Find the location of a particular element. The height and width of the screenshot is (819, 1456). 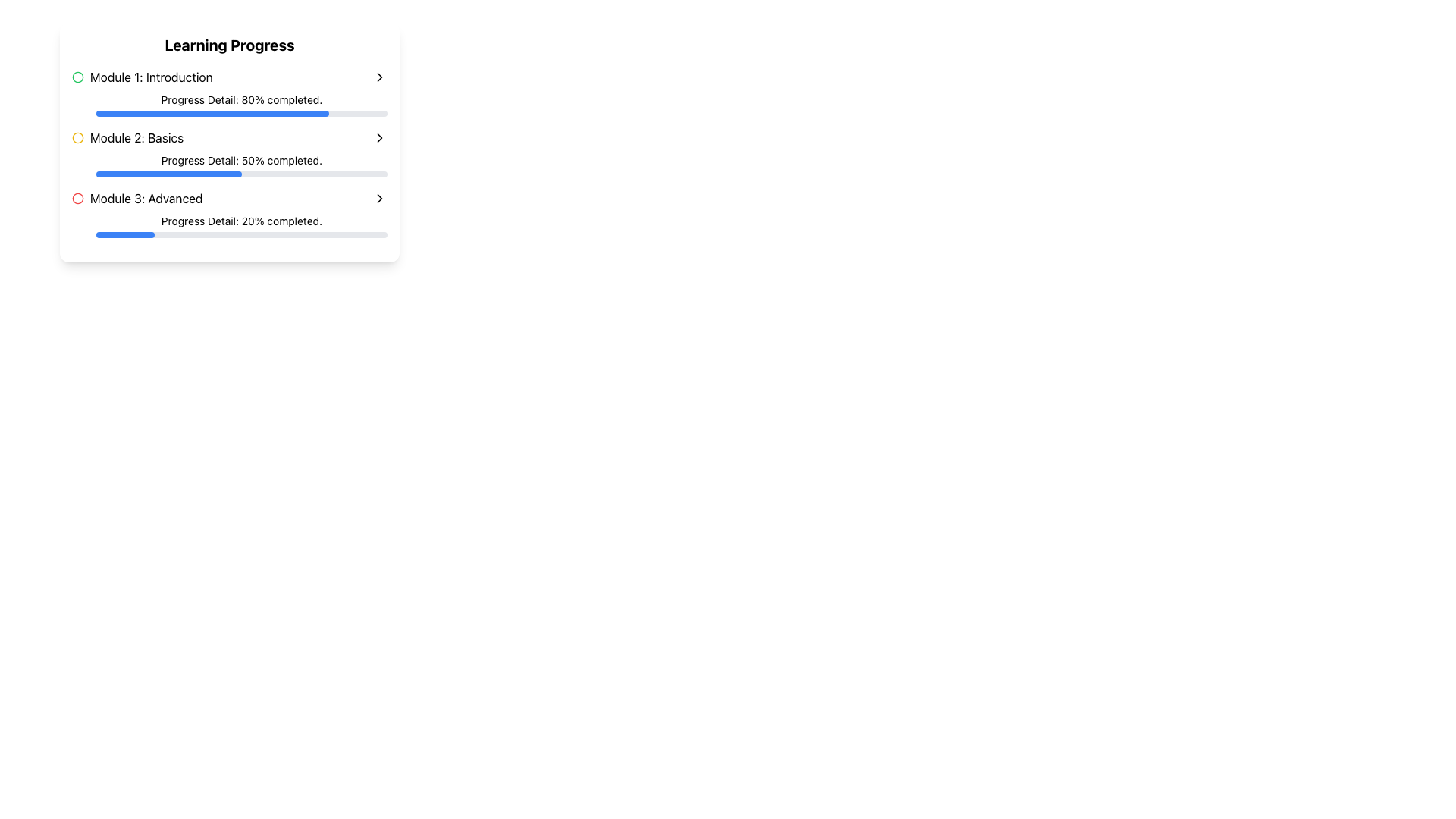

the text label reading 'Module 3: Advanced', which is the third item in the vertical list of modules under 'Learning Progress' is located at coordinates (137, 198).